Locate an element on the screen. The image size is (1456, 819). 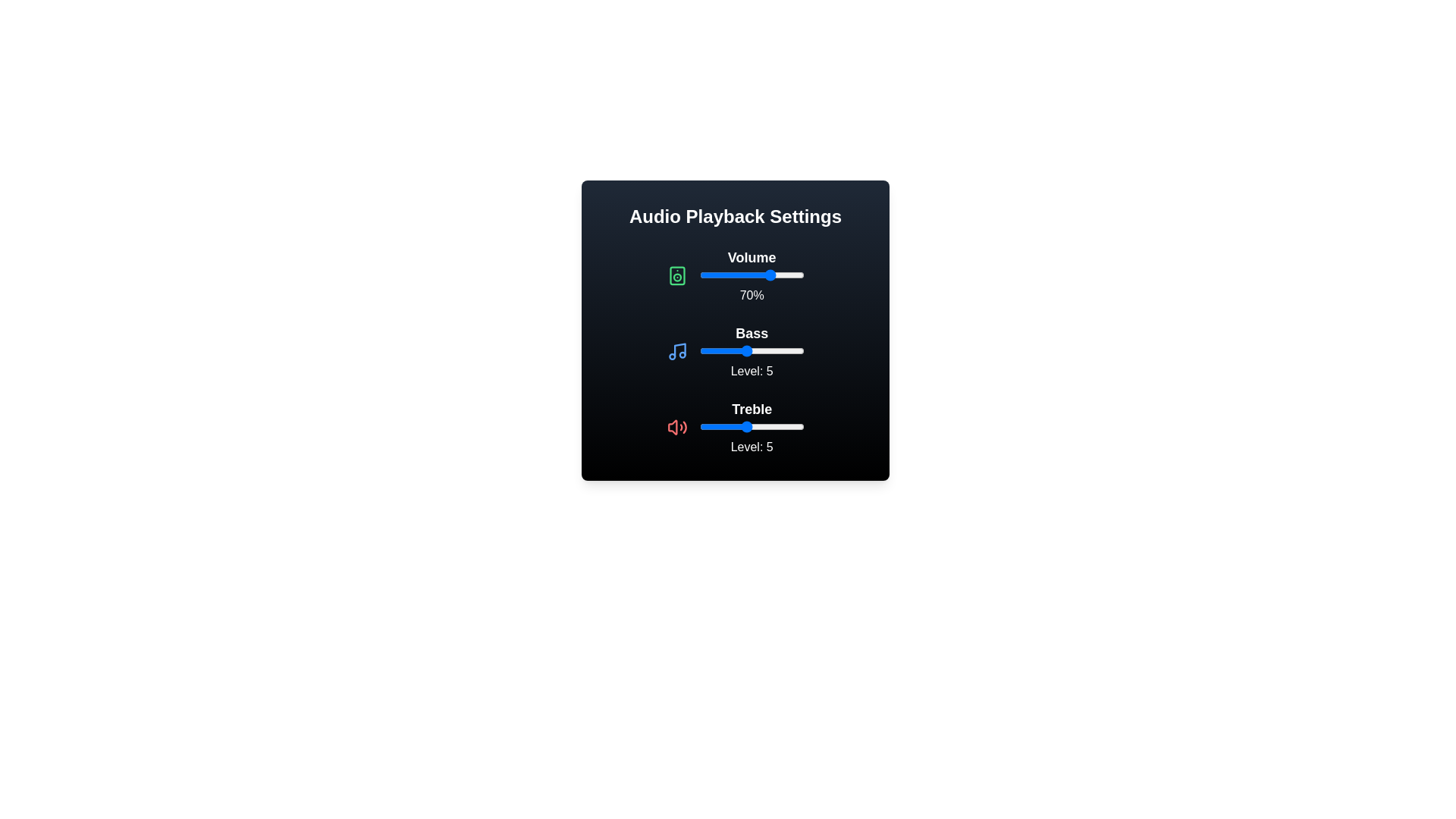
the volume slider is located at coordinates (731, 275).